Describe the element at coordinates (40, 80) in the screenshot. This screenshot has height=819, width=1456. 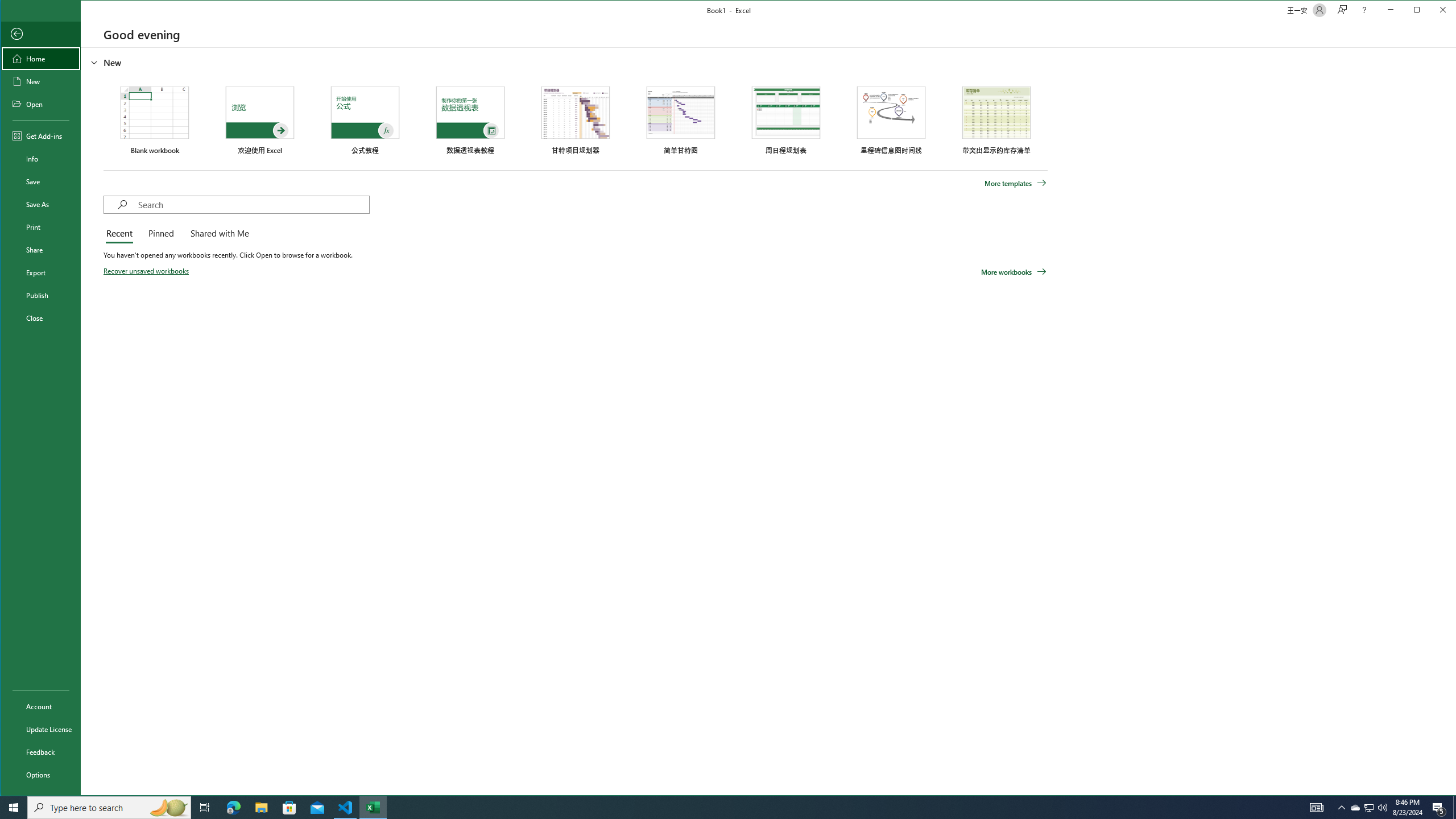
I see `'New'` at that location.